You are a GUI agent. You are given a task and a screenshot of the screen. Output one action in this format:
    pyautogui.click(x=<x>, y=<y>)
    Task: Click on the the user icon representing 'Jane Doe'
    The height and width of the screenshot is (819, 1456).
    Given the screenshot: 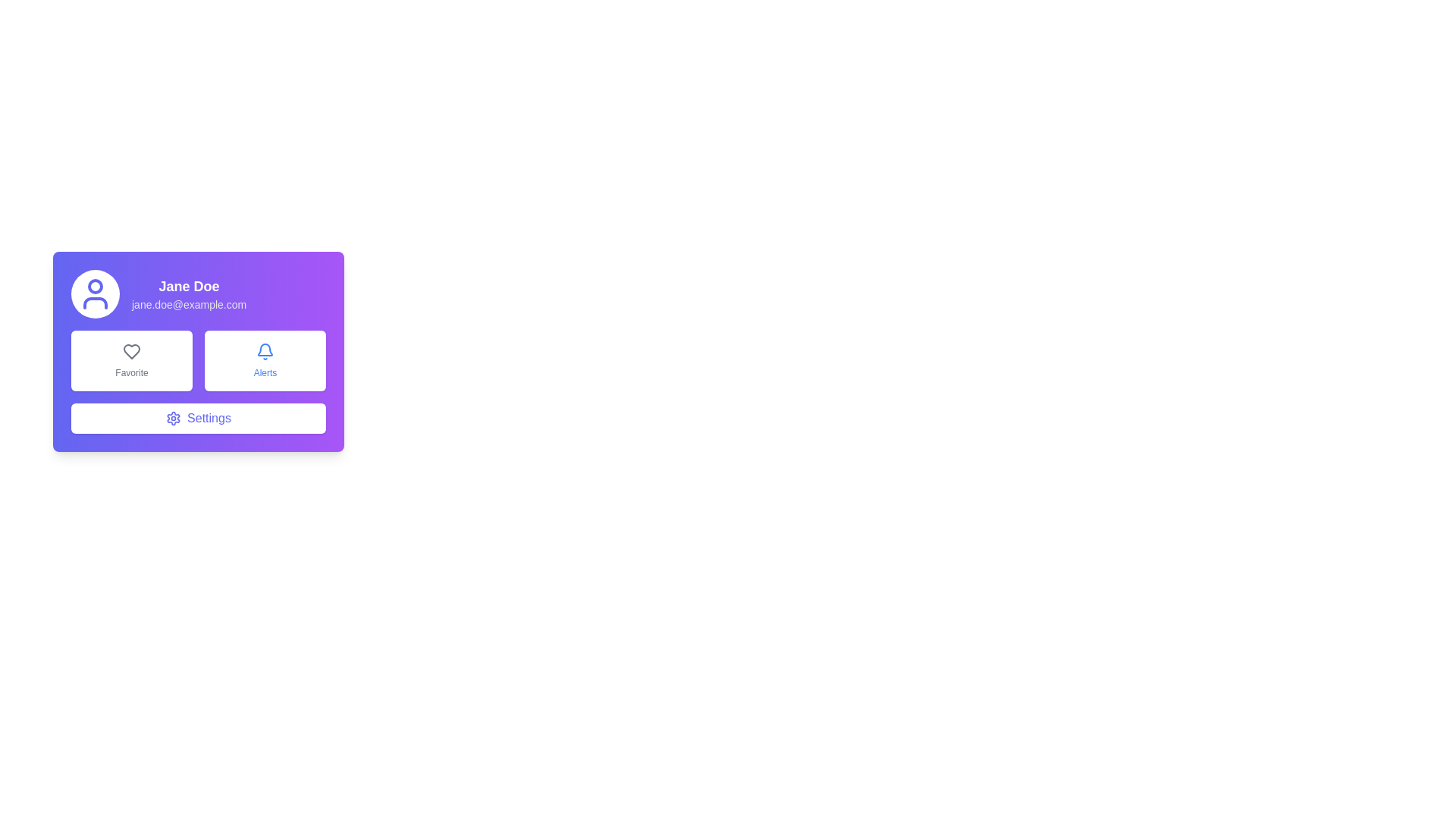 What is the action you would take?
    pyautogui.click(x=94, y=294)
    